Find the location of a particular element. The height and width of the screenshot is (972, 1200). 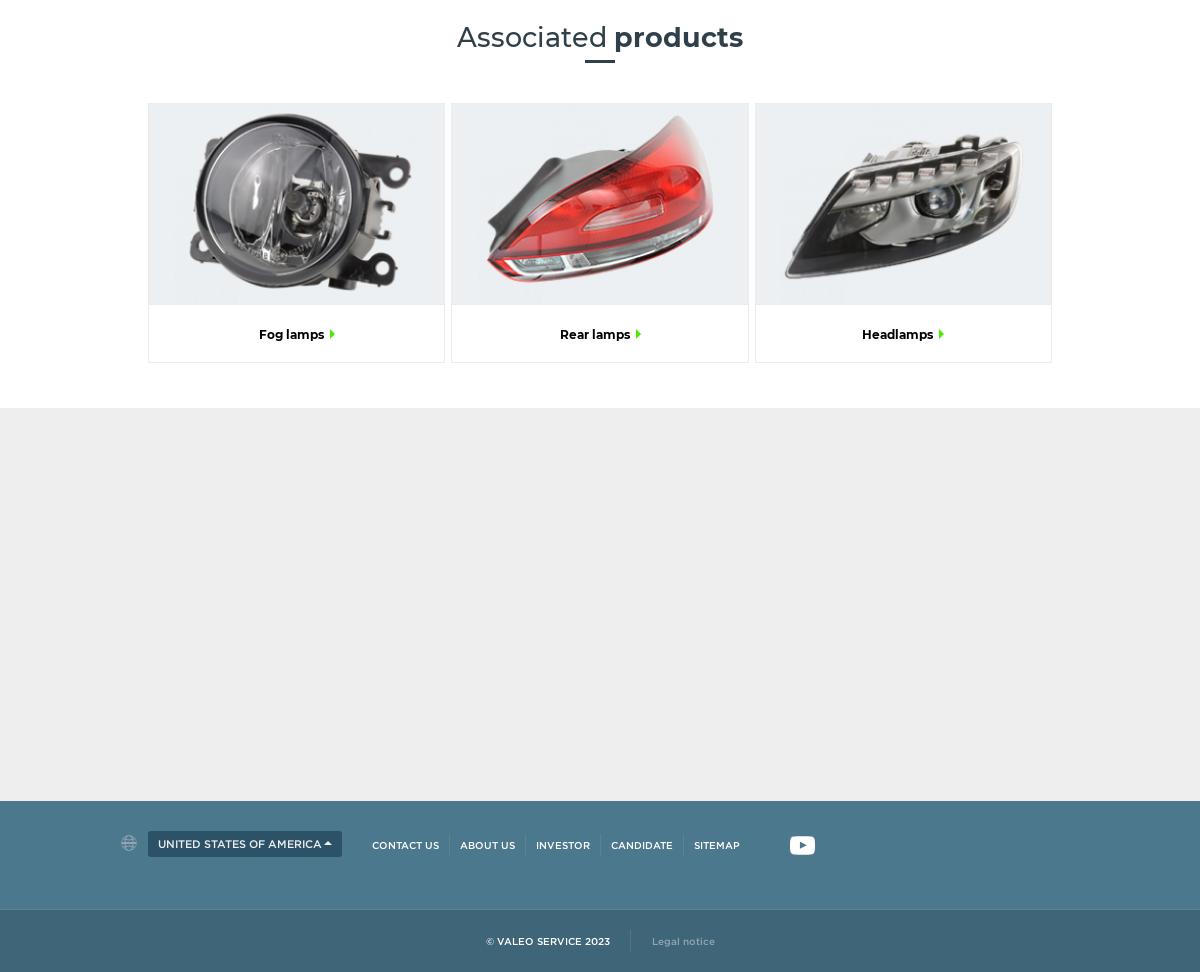

'Rear lamps' is located at coordinates (557, 332).